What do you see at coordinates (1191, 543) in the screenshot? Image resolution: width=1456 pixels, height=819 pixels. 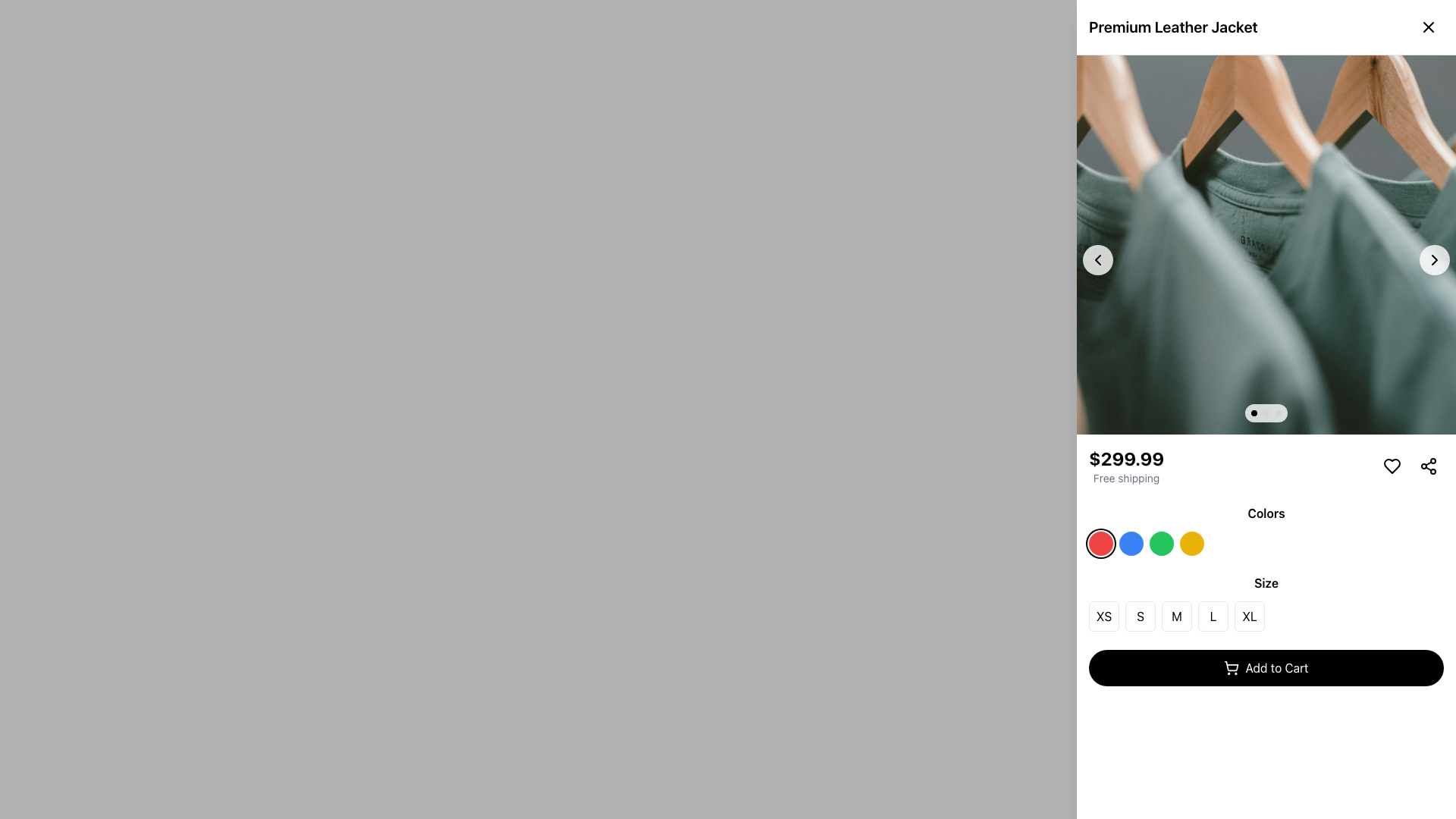 I see `the fourth selectable circle indicator that allows users to choose a color option` at bounding box center [1191, 543].